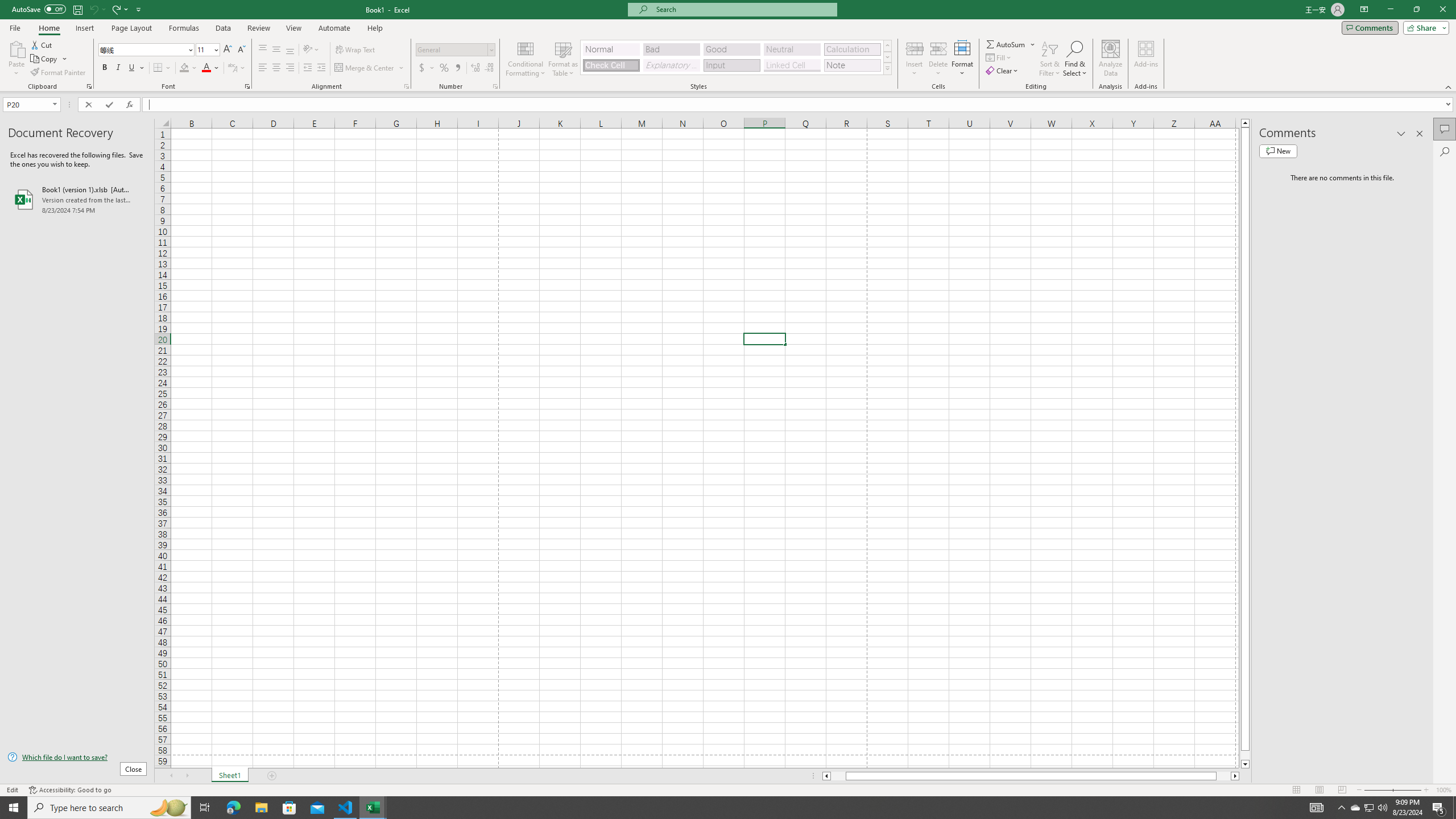  Describe the element at coordinates (273, 775) in the screenshot. I see `'Add Sheet'` at that location.